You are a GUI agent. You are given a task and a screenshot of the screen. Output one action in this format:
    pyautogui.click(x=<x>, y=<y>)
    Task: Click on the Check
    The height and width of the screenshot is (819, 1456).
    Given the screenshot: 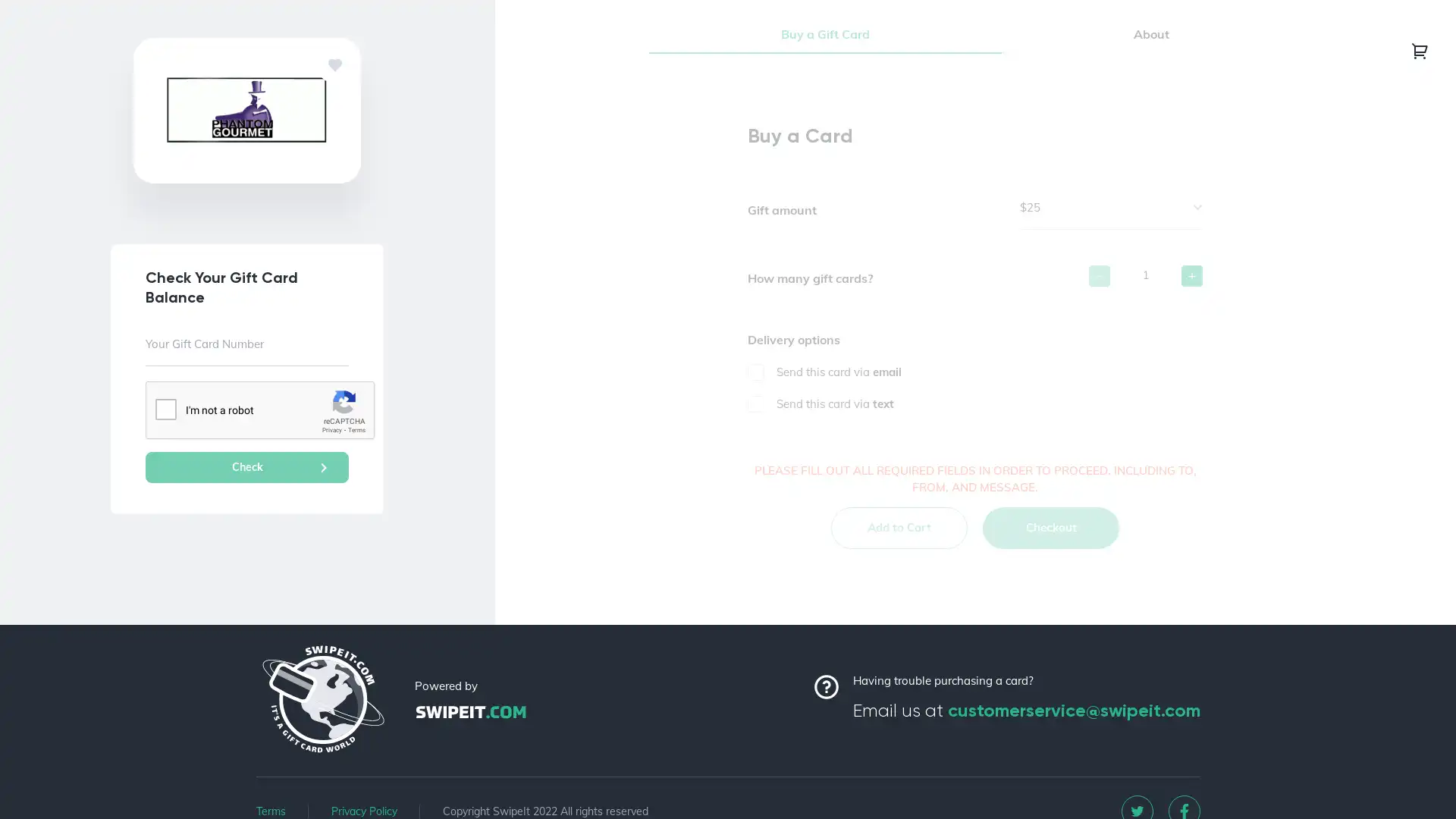 What is the action you would take?
    pyautogui.click(x=247, y=466)
    